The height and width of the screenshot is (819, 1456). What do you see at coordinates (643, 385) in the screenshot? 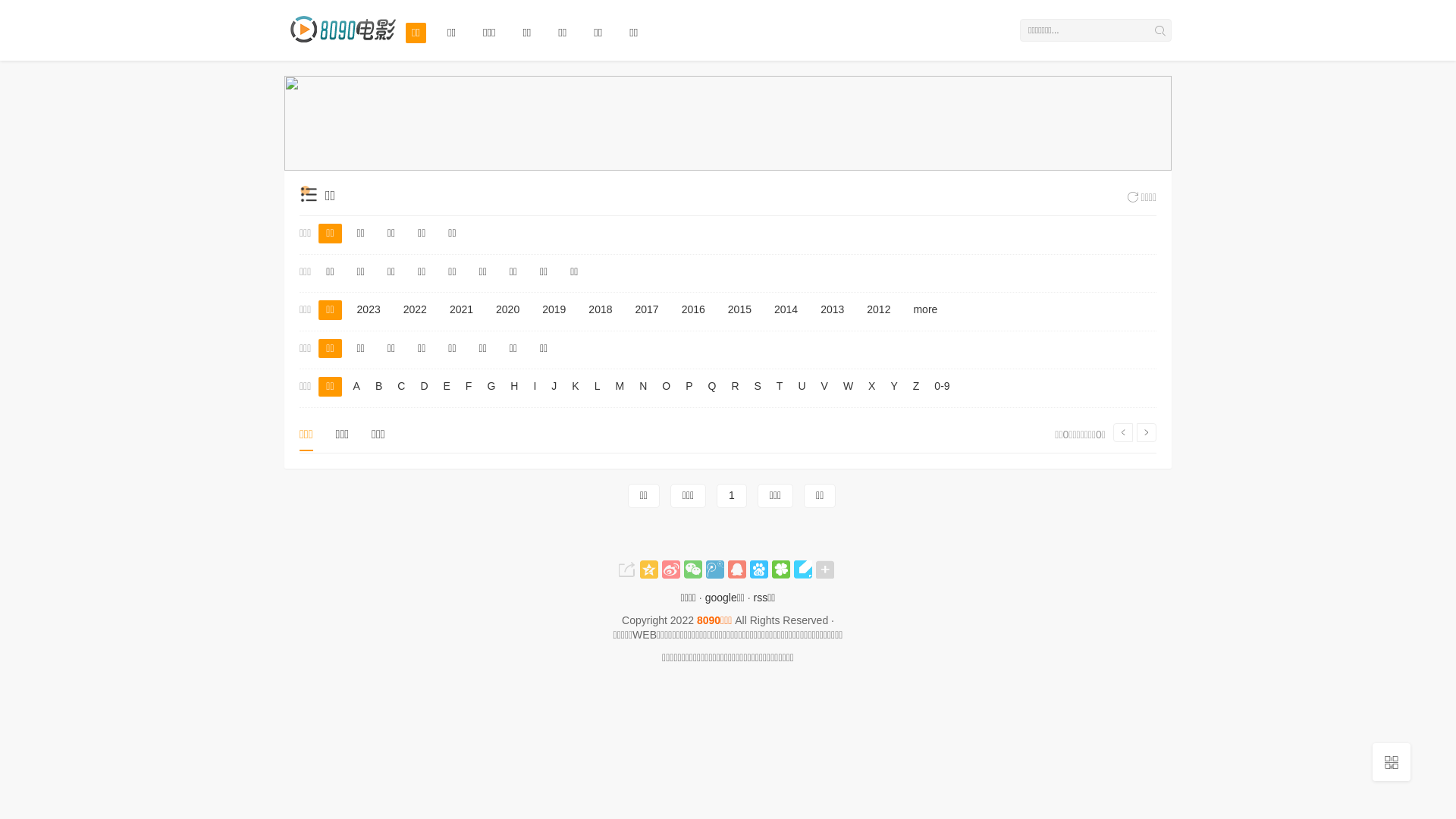
I see `'N'` at bounding box center [643, 385].